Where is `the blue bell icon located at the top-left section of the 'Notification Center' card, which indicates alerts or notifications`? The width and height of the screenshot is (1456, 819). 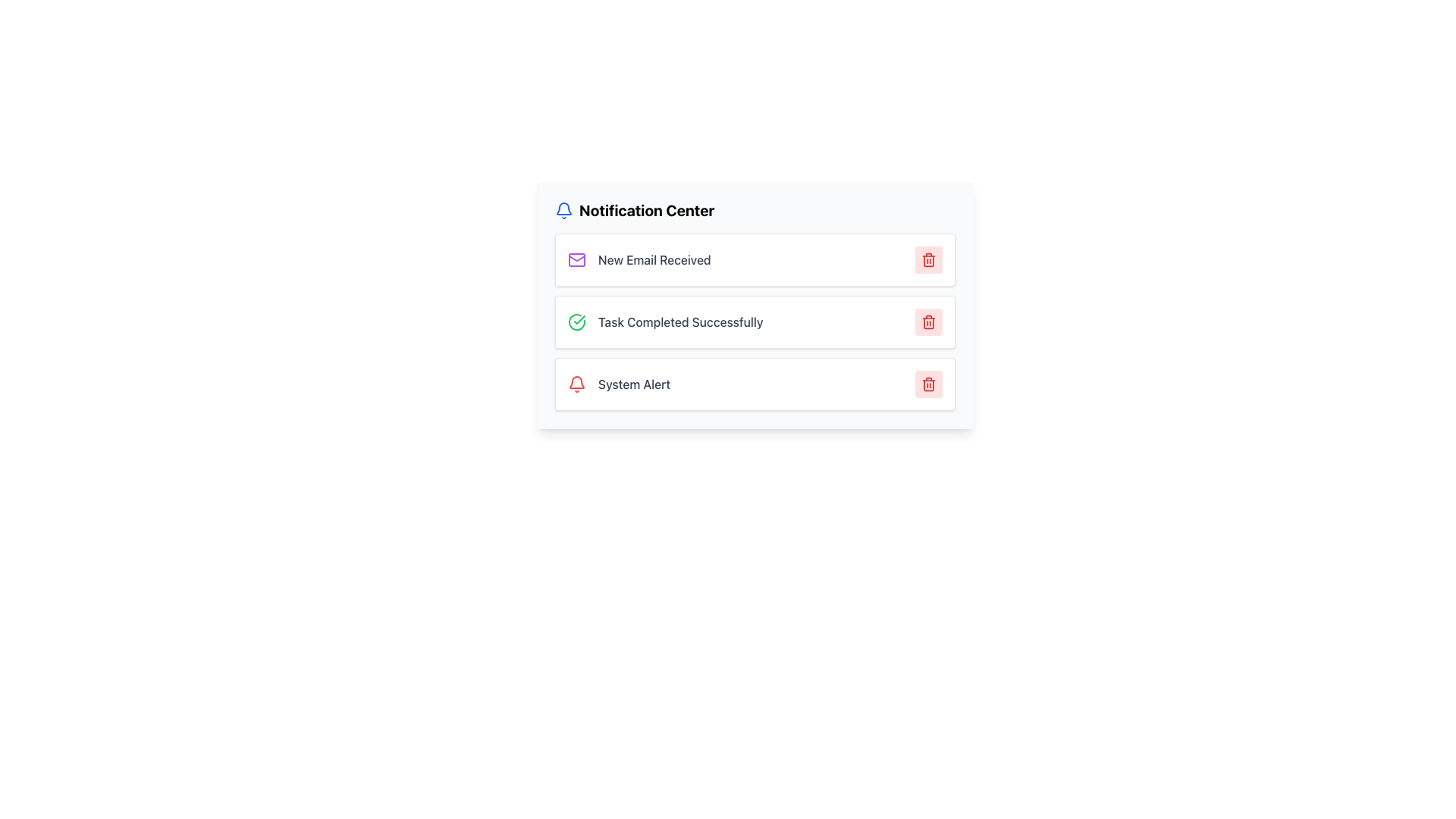 the blue bell icon located at the top-left section of the 'Notification Center' card, which indicates alerts or notifications is located at coordinates (563, 210).